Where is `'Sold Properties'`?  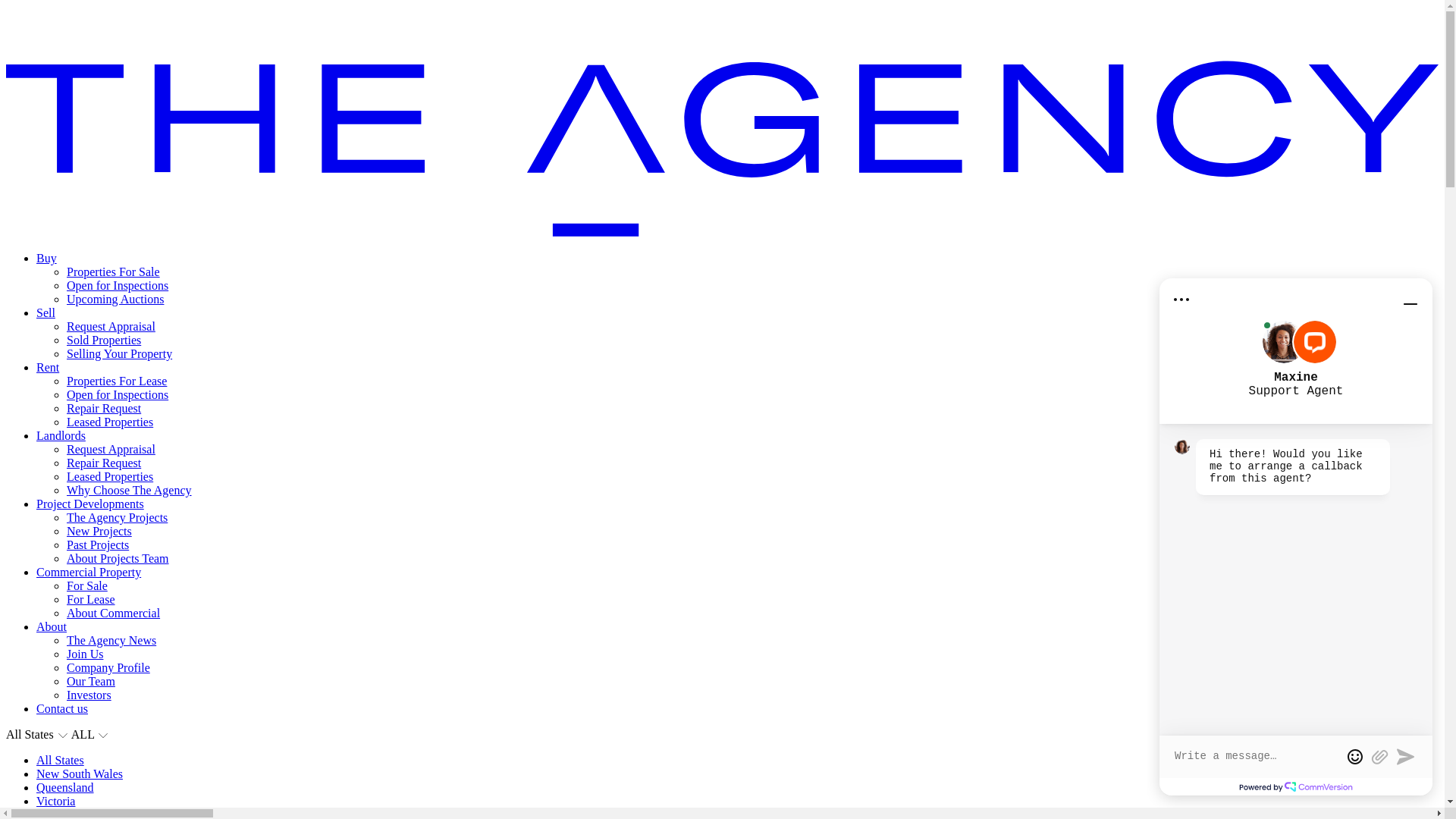 'Sold Properties' is located at coordinates (103, 339).